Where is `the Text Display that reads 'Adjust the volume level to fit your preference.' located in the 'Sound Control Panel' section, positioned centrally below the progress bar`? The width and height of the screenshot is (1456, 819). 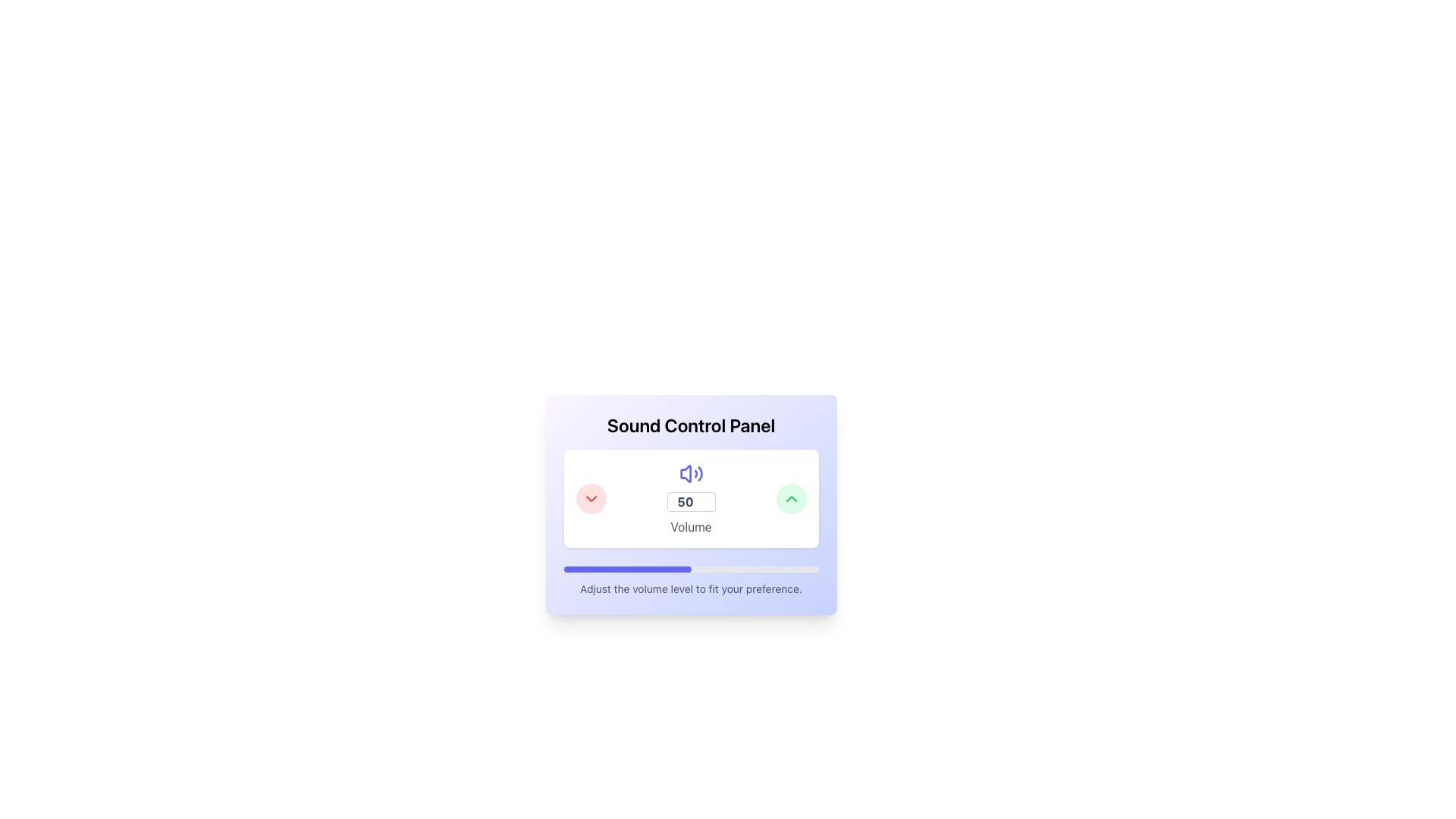
the Text Display that reads 'Adjust the volume level to fit your preference.' located in the 'Sound Control Panel' section, positioned centrally below the progress bar is located at coordinates (690, 588).